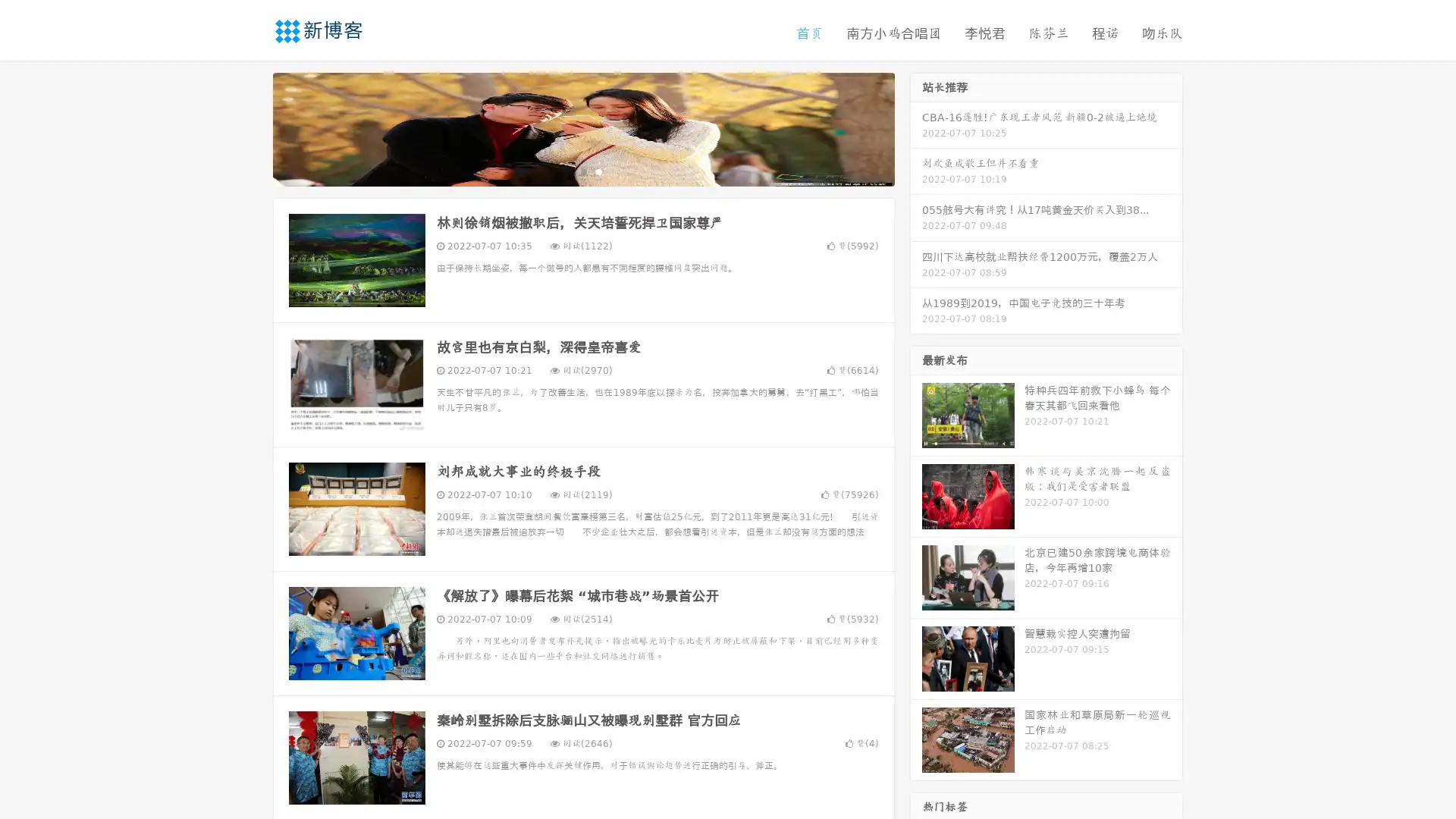  I want to click on Go to slide 2, so click(582, 171).